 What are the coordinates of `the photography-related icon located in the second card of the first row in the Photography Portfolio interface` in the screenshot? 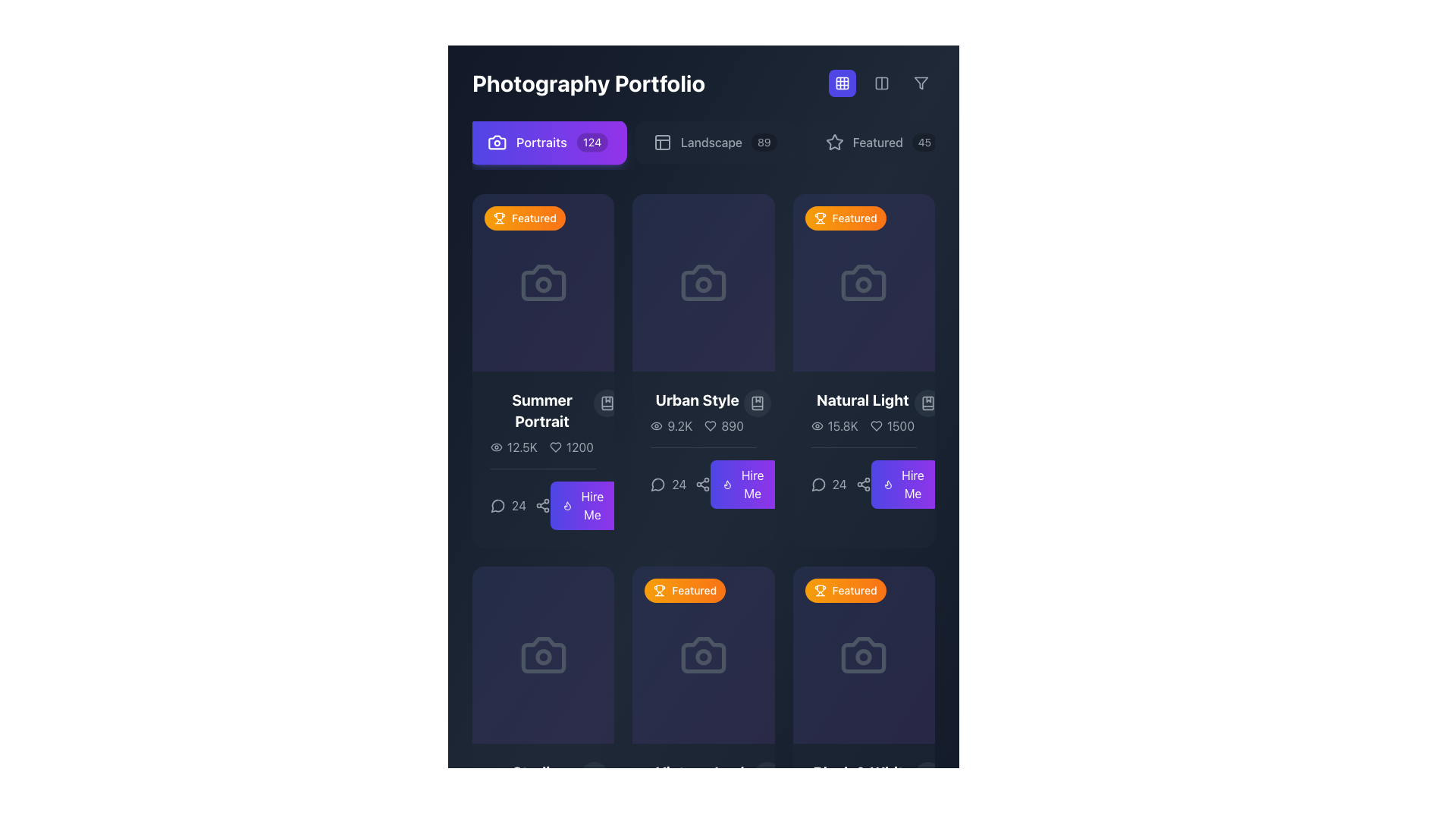 It's located at (702, 283).